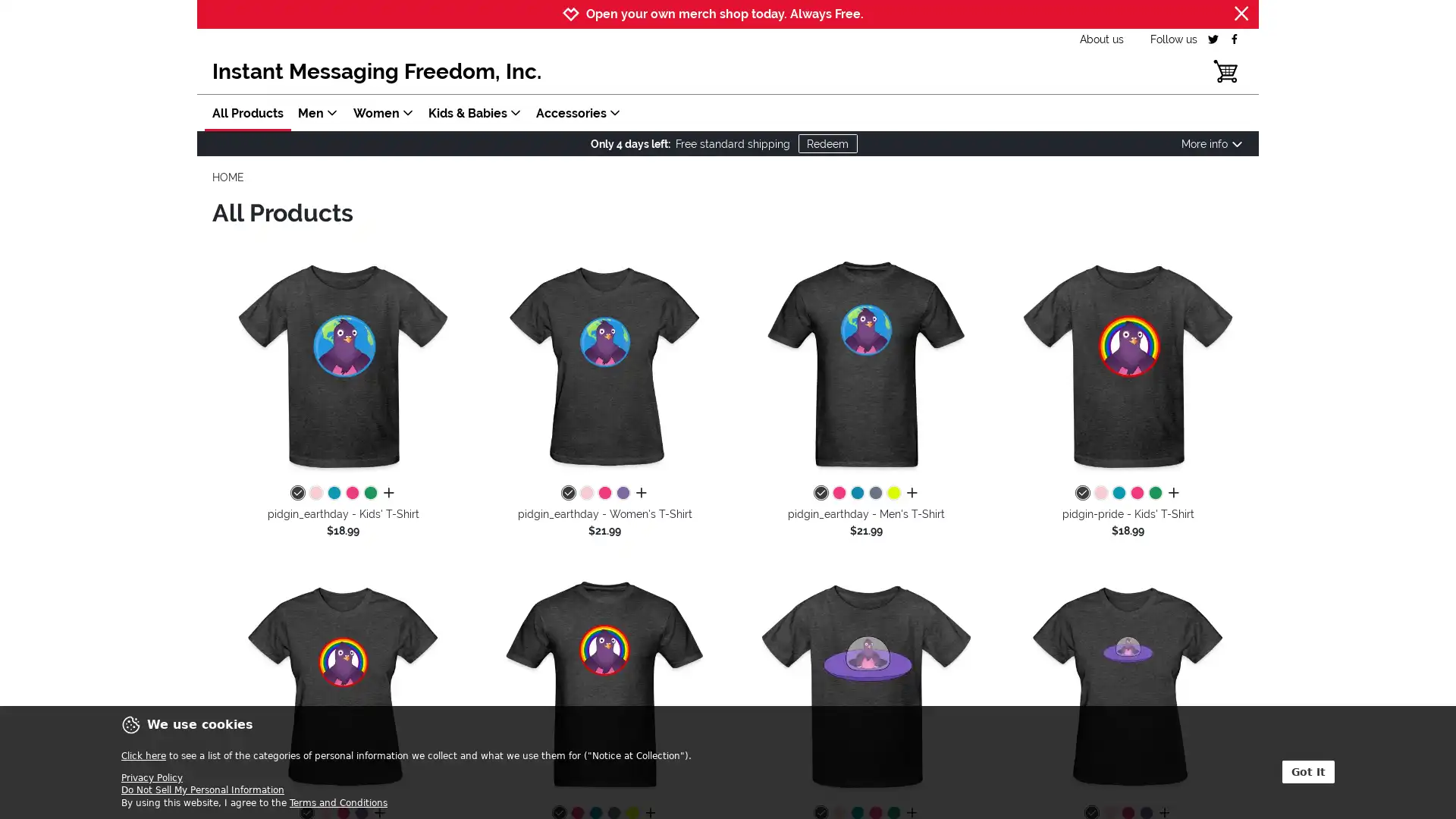 The height and width of the screenshot is (819, 1456). What do you see at coordinates (342, 686) in the screenshot?
I see `pidgin-pride - Women's T-Shirt` at bounding box center [342, 686].